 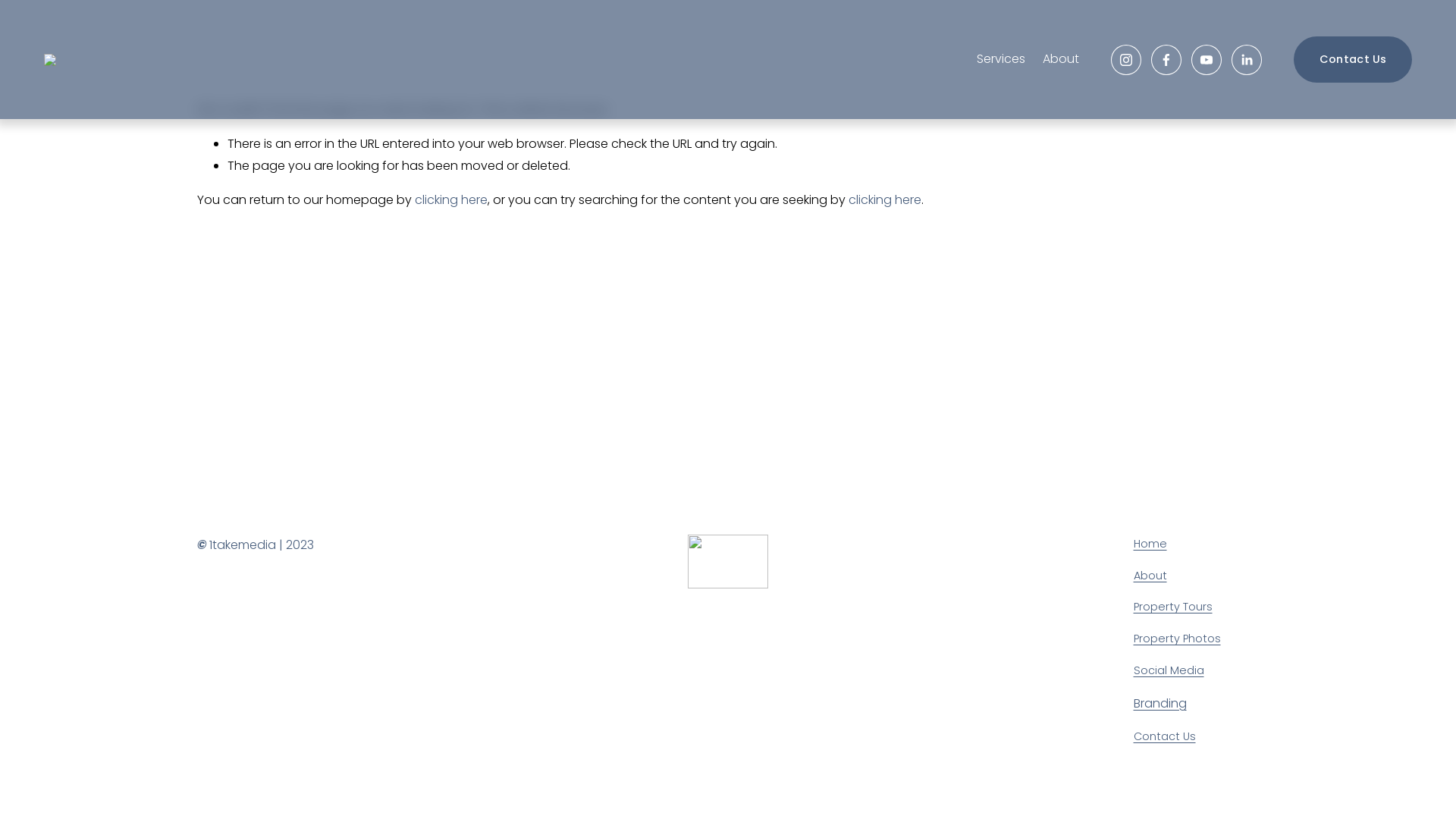 I want to click on 'Social Media', so click(x=1168, y=670).